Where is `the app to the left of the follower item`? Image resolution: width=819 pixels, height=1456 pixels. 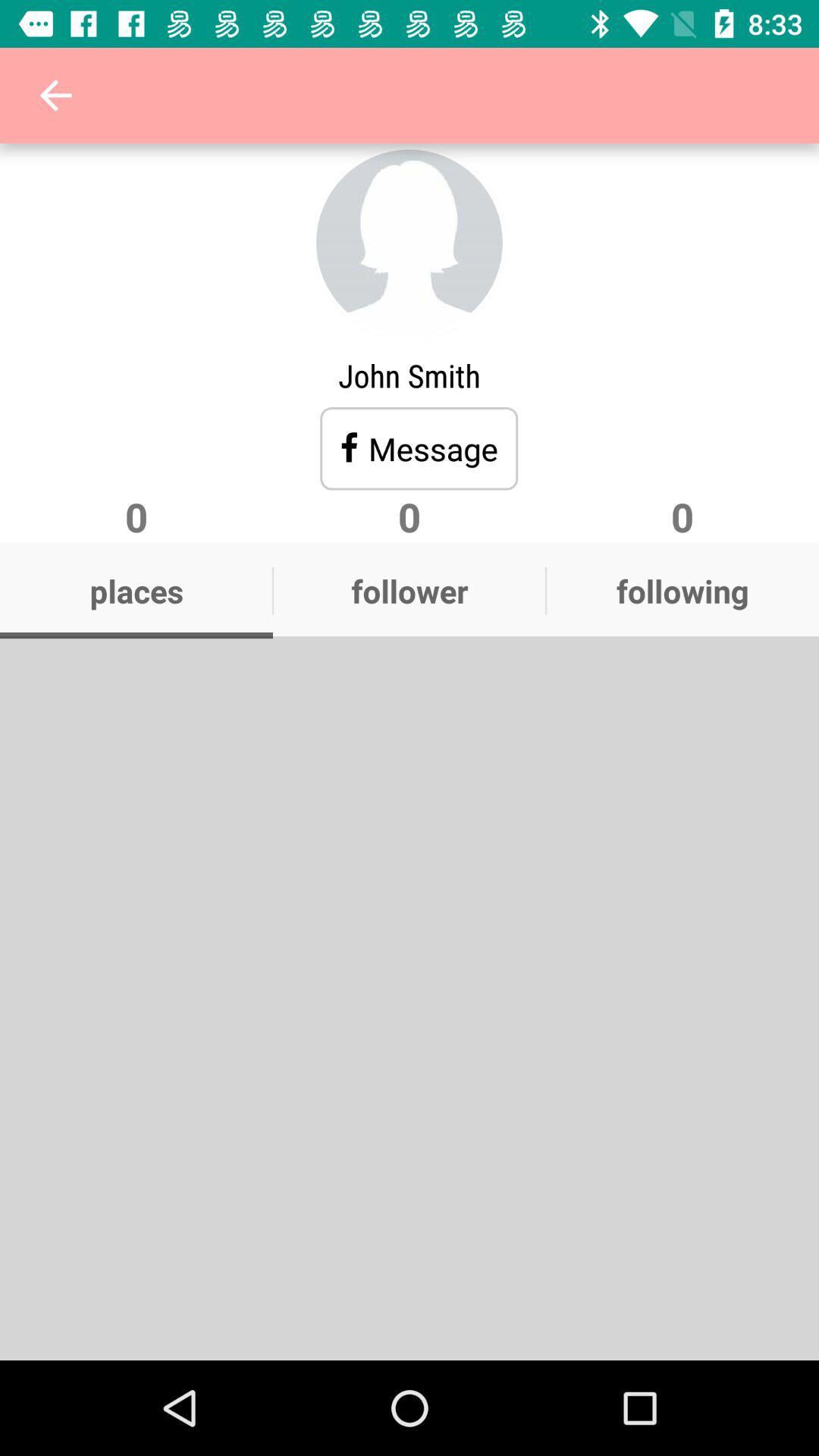
the app to the left of the follower item is located at coordinates (136, 590).